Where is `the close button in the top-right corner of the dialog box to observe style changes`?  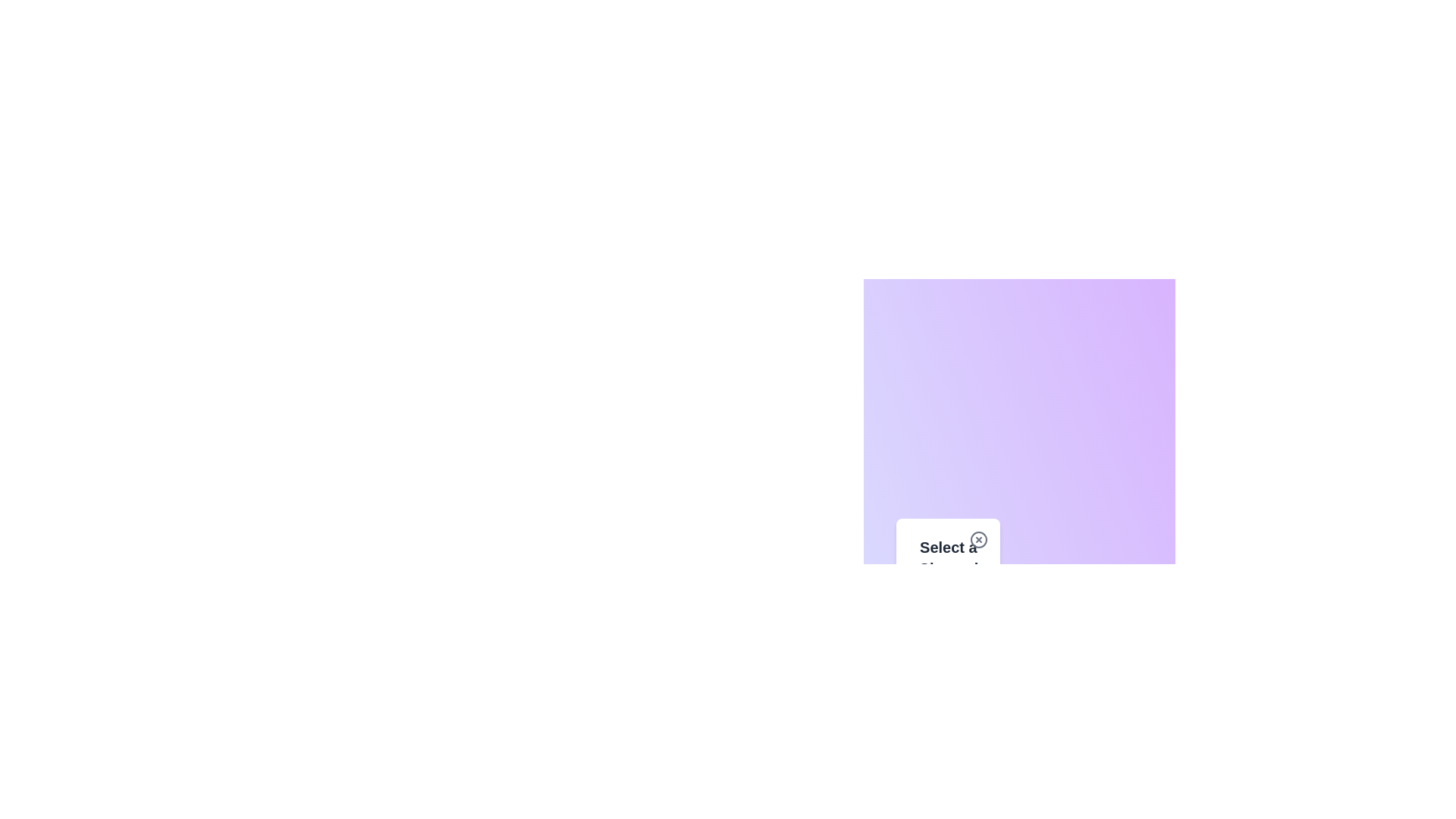
the close button in the top-right corner of the dialog box to observe style changes is located at coordinates (979, 539).